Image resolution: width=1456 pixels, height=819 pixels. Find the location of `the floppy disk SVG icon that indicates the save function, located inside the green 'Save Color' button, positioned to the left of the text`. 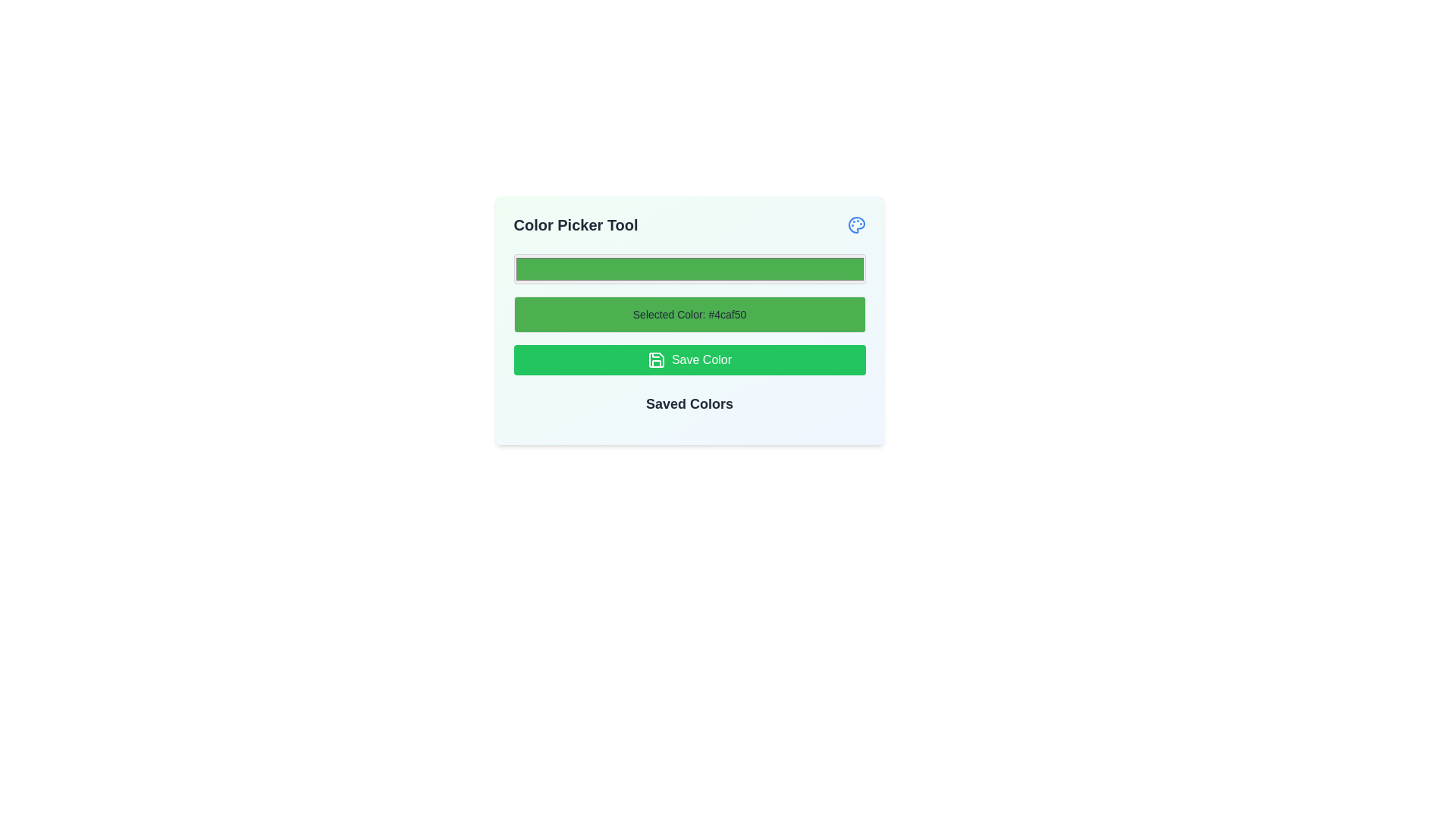

the floppy disk SVG icon that indicates the save function, located inside the green 'Save Color' button, positioned to the left of the text is located at coordinates (656, 359).